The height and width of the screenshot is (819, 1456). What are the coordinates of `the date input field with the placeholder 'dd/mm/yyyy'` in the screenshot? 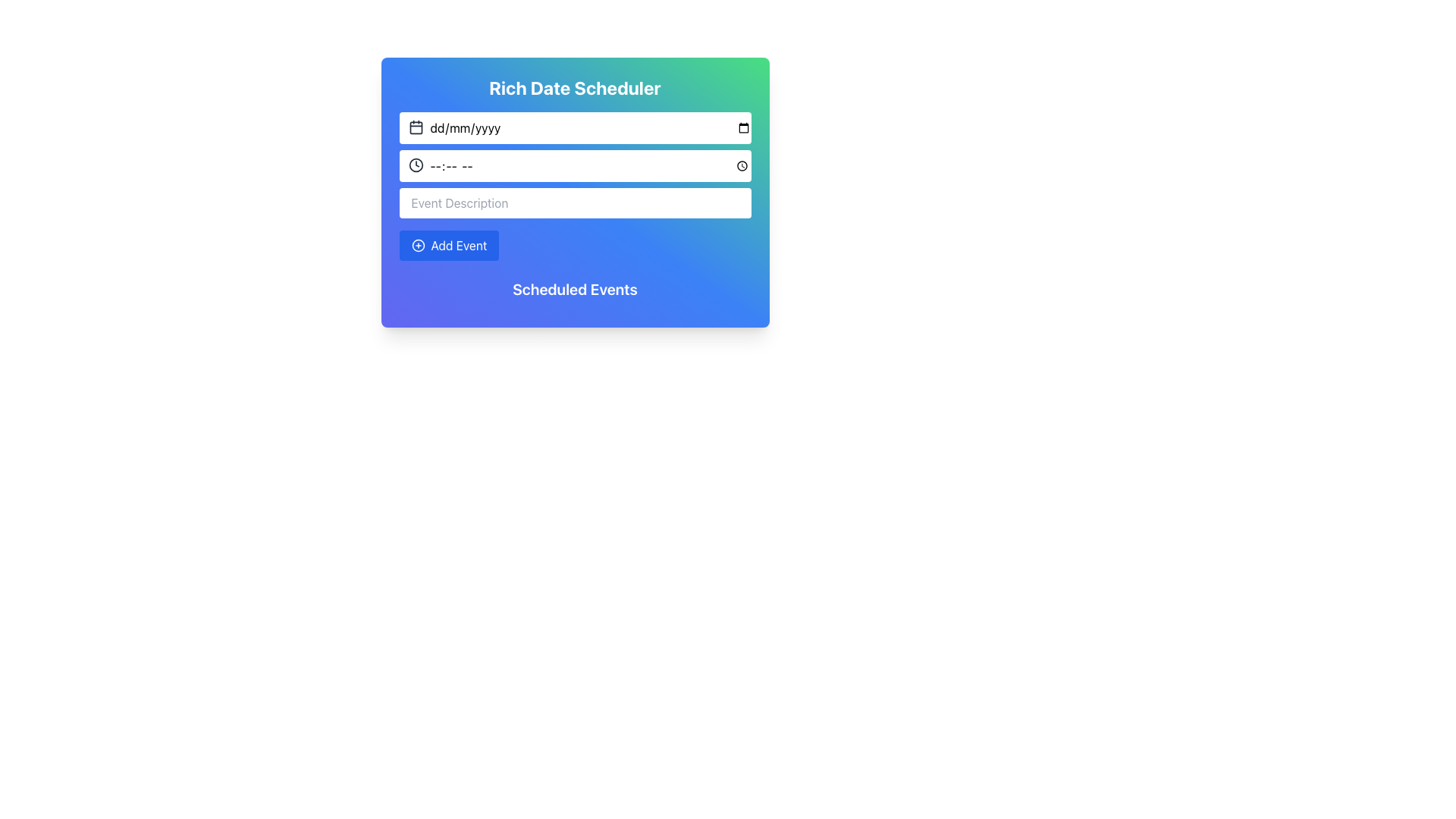 It's located at (574, 127).